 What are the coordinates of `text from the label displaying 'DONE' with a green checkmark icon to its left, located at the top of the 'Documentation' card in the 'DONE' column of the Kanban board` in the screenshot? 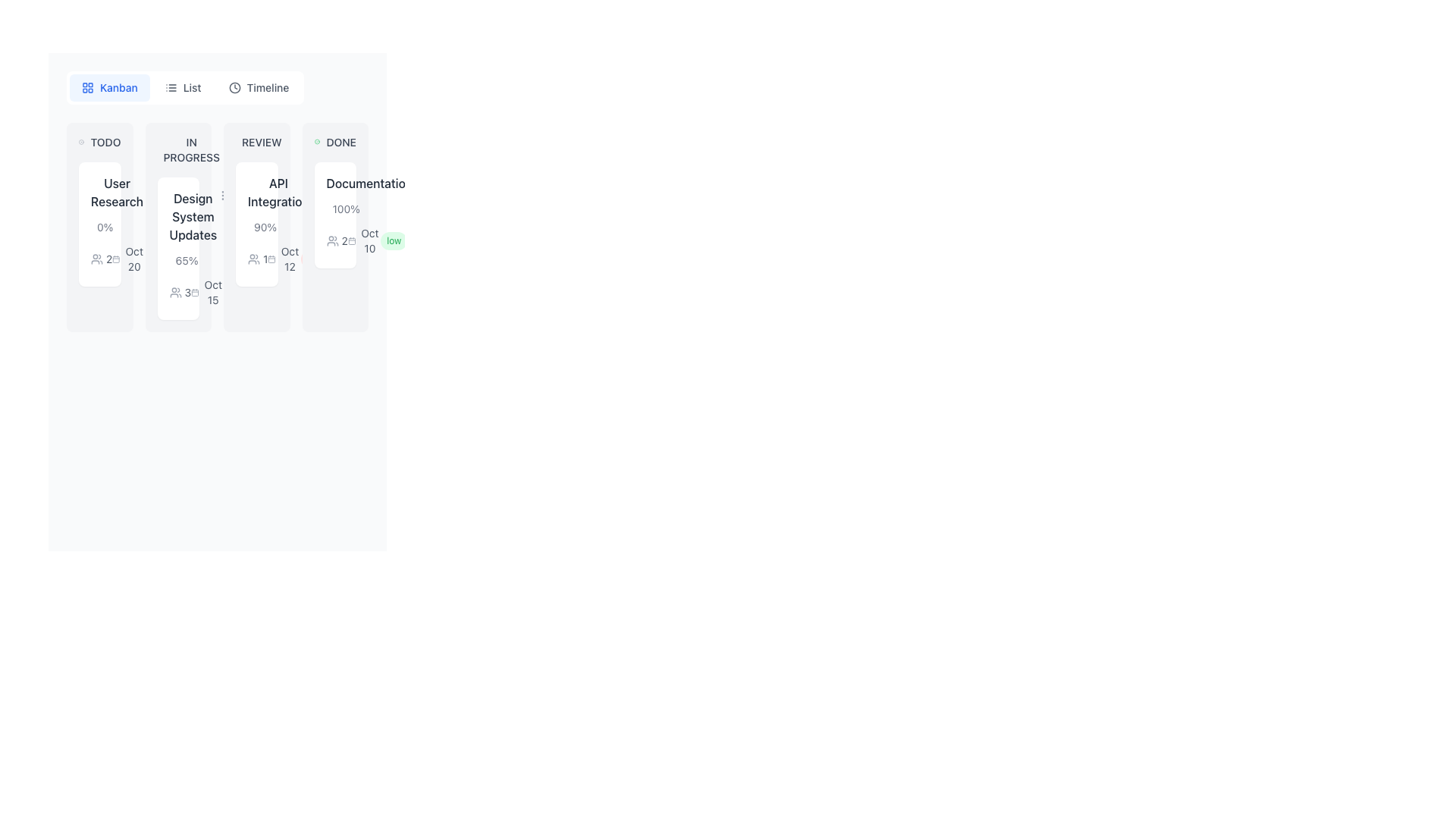 It's located at (334, 143).